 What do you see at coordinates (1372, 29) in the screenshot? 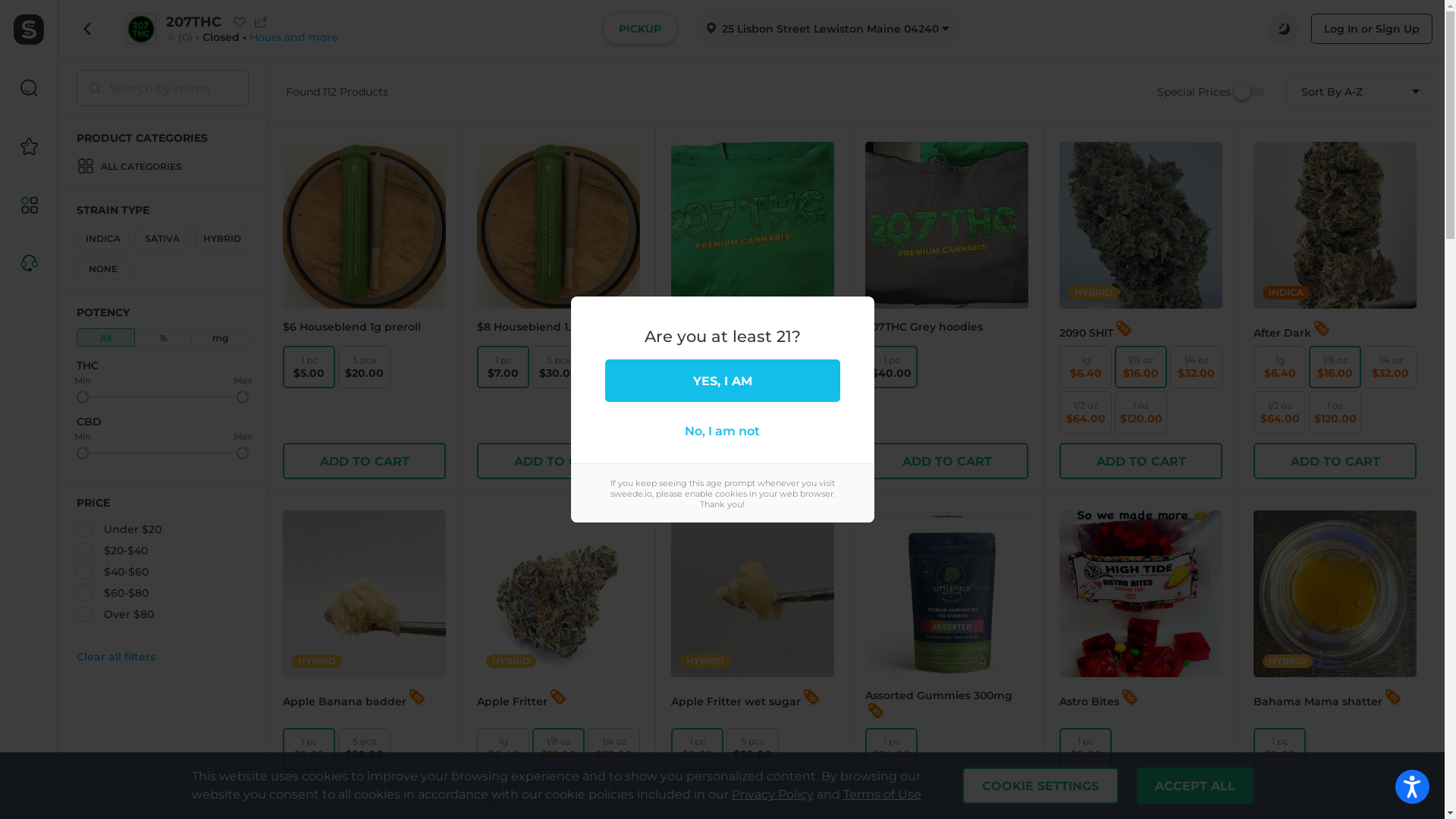
I see `'Log In or Sign Up'` at bounding box center [1372, 29].